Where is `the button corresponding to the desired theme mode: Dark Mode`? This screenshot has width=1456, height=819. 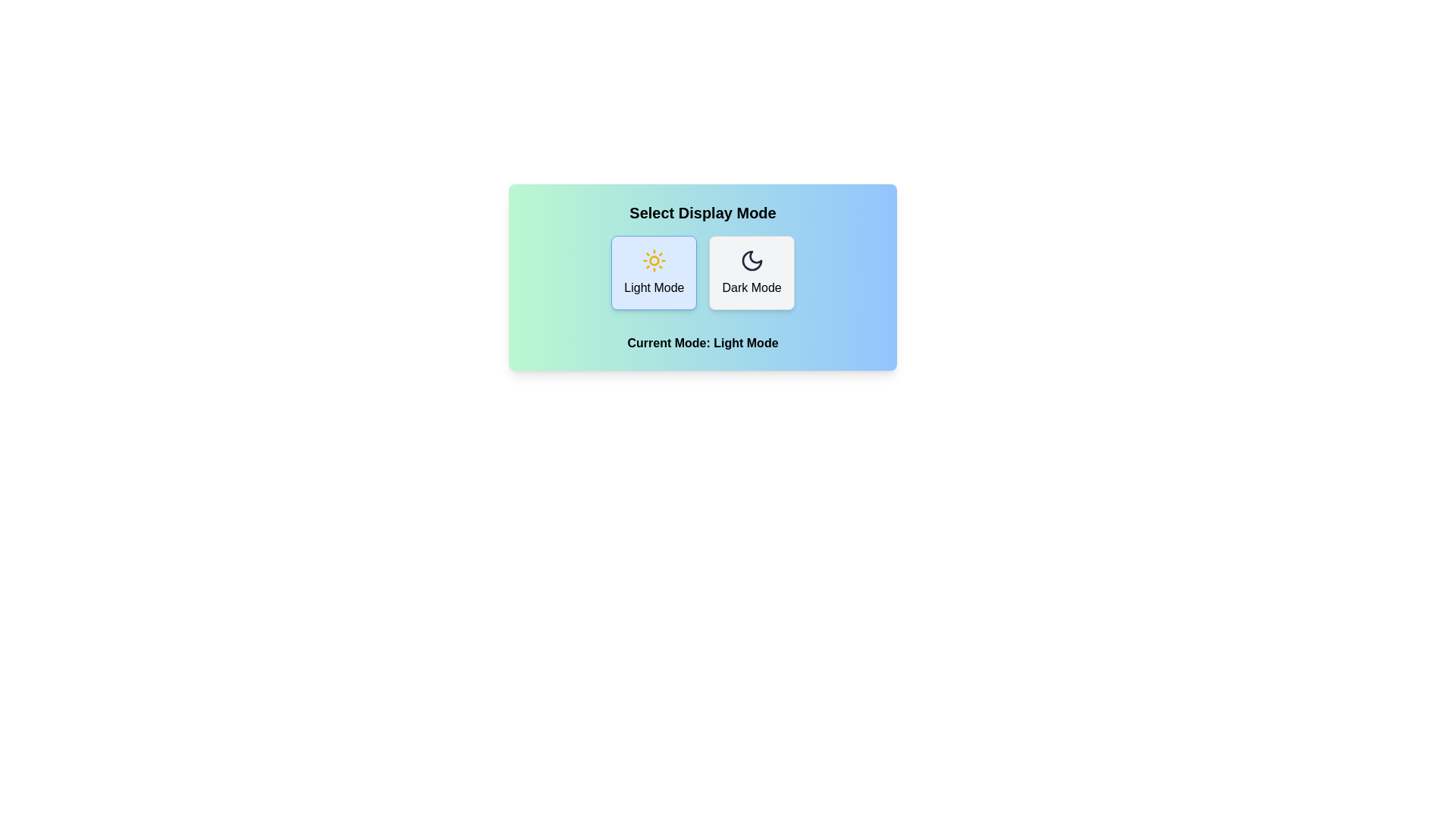 the button corresponding to the desired theme mode: Dark Mode is located at coordinates (752, 271).